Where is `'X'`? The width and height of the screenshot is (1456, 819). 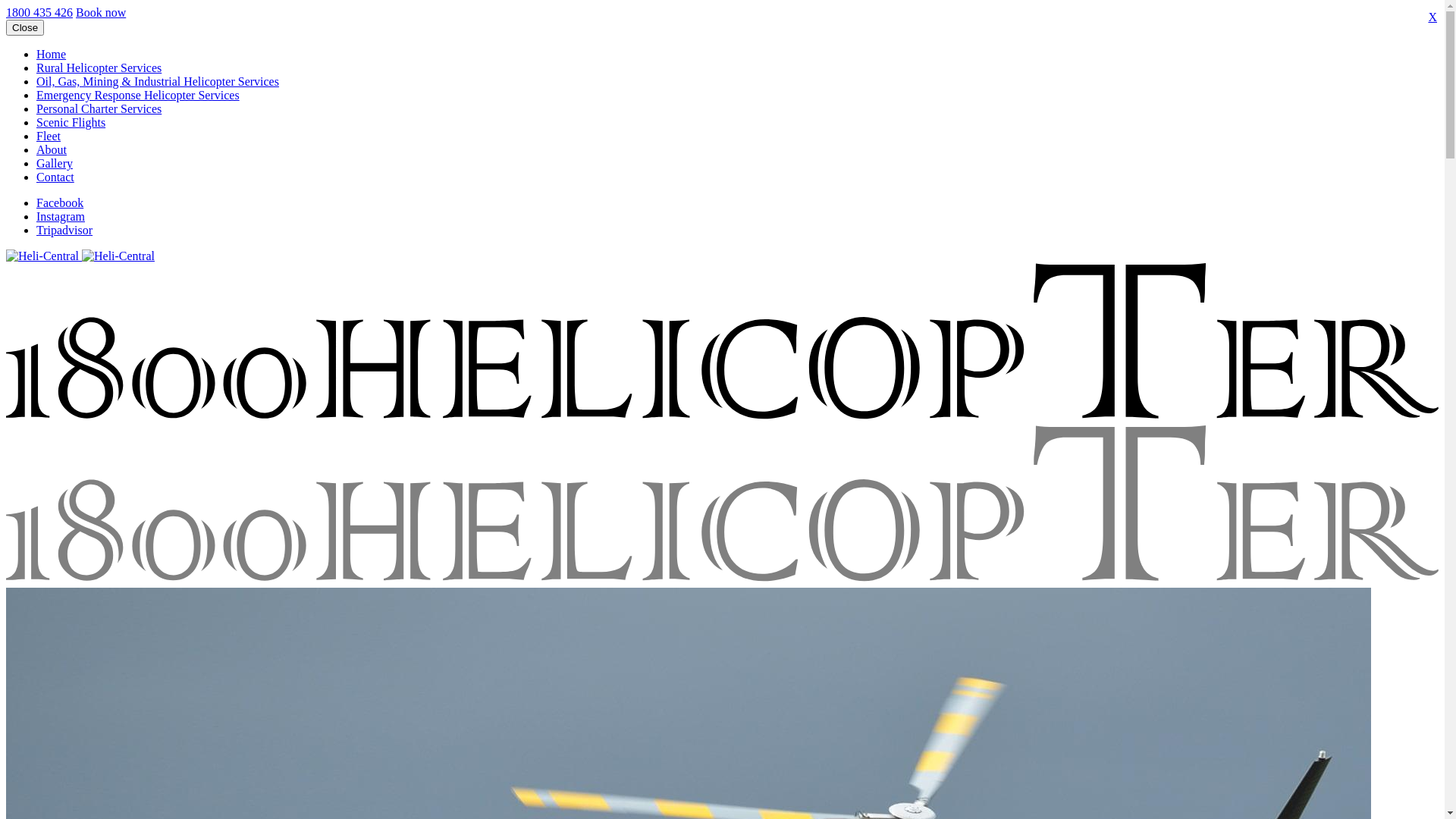 'X' is located at coordinates (1432, 17).